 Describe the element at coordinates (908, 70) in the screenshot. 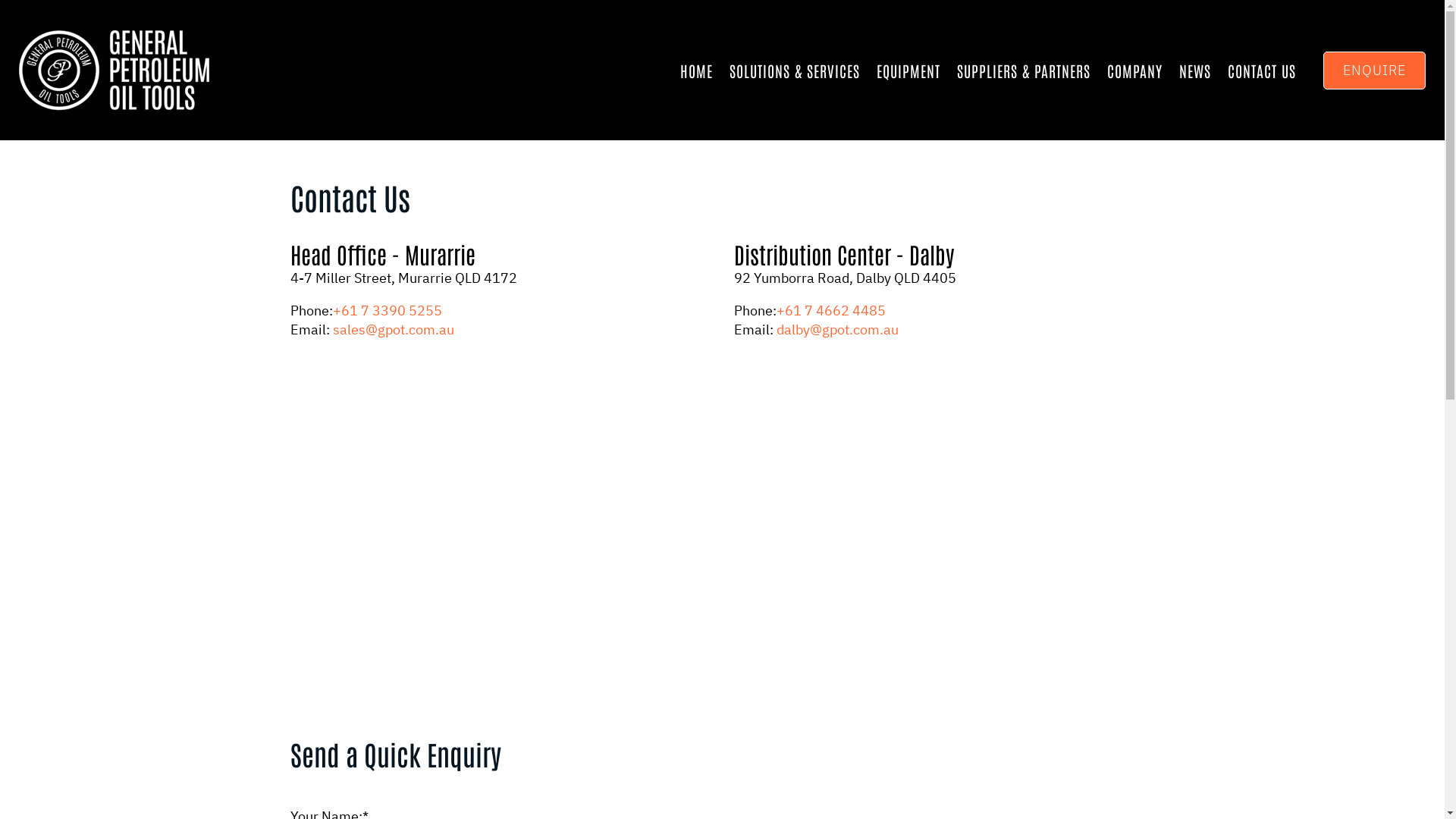

I see `'EQUIPMENT'` at that location.